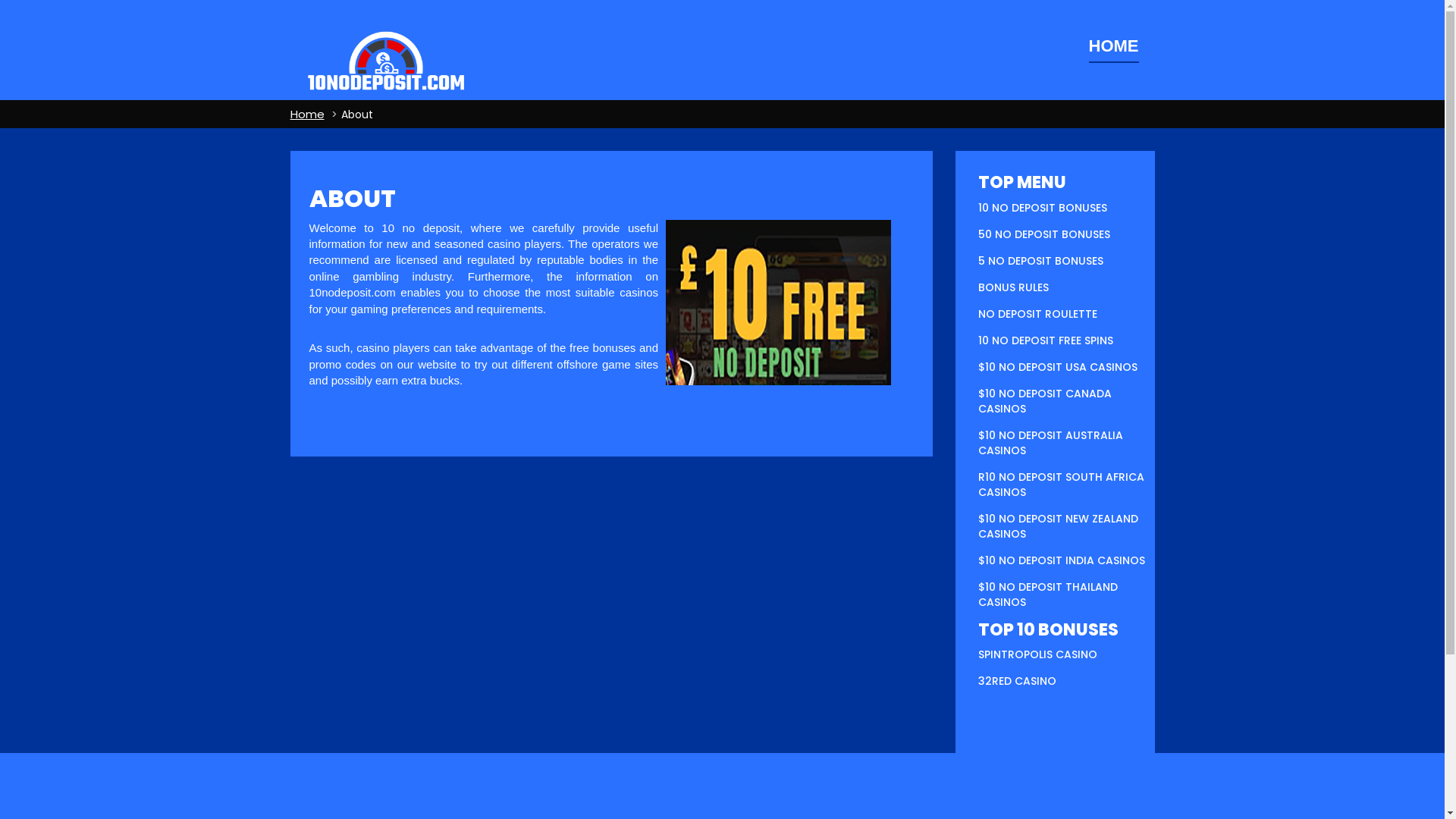 This screenshot has height=819, width=1456. Describe the element at coordinates (306, 113) in the screenshot. I see `'Home'` at that location.